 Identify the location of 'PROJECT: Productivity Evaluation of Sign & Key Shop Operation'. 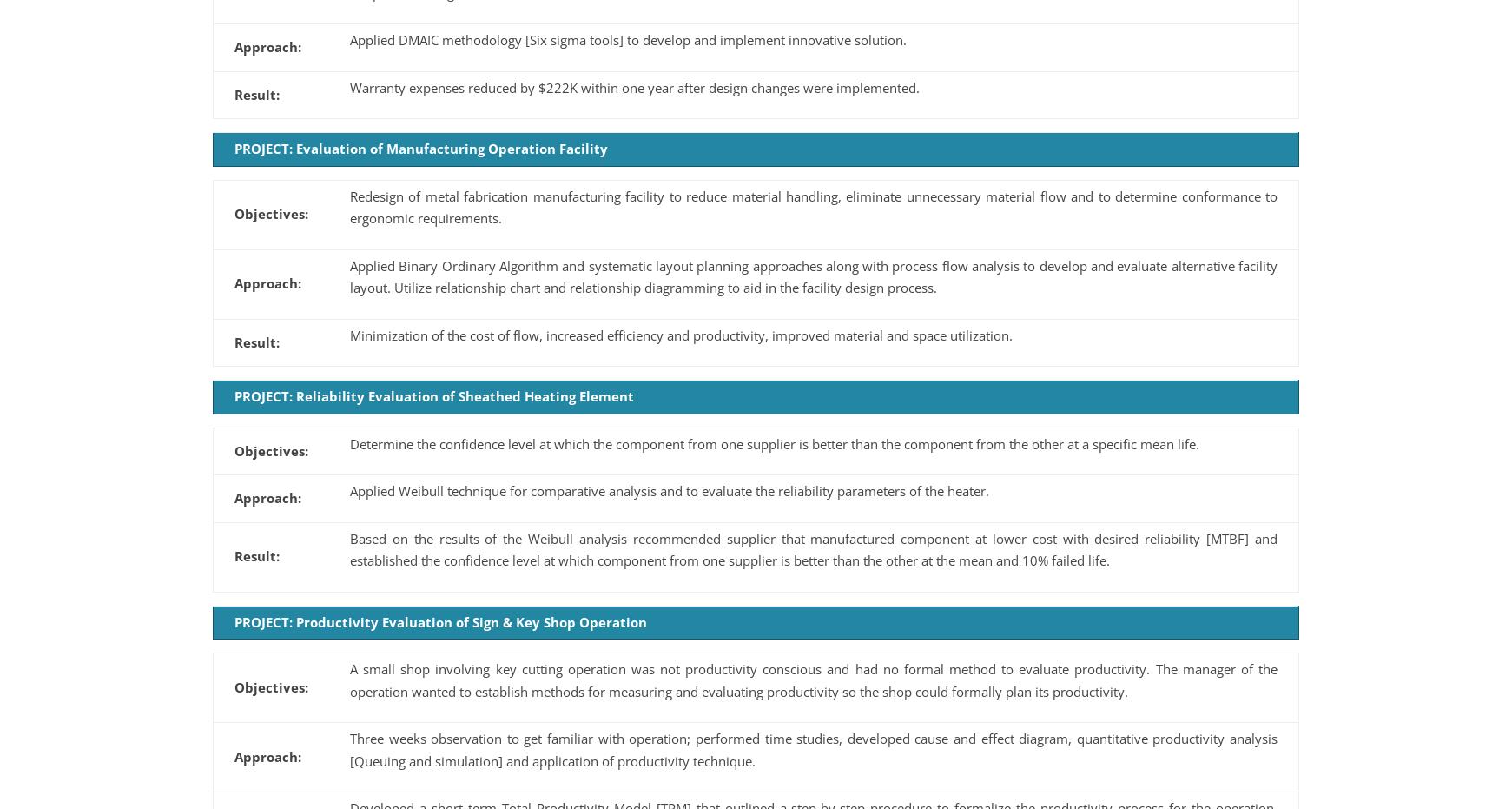
(439, 620).